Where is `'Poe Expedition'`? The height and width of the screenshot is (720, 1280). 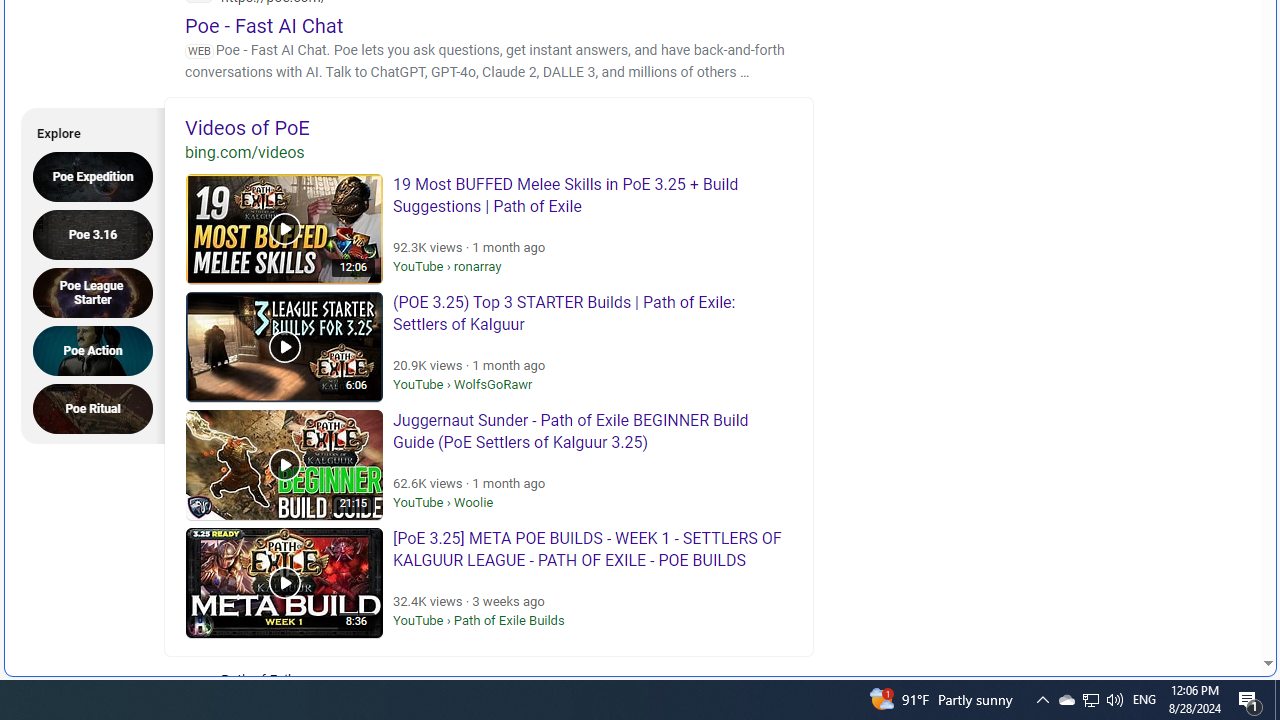 'Poe Expedition' is located at coordinates (98, 175).